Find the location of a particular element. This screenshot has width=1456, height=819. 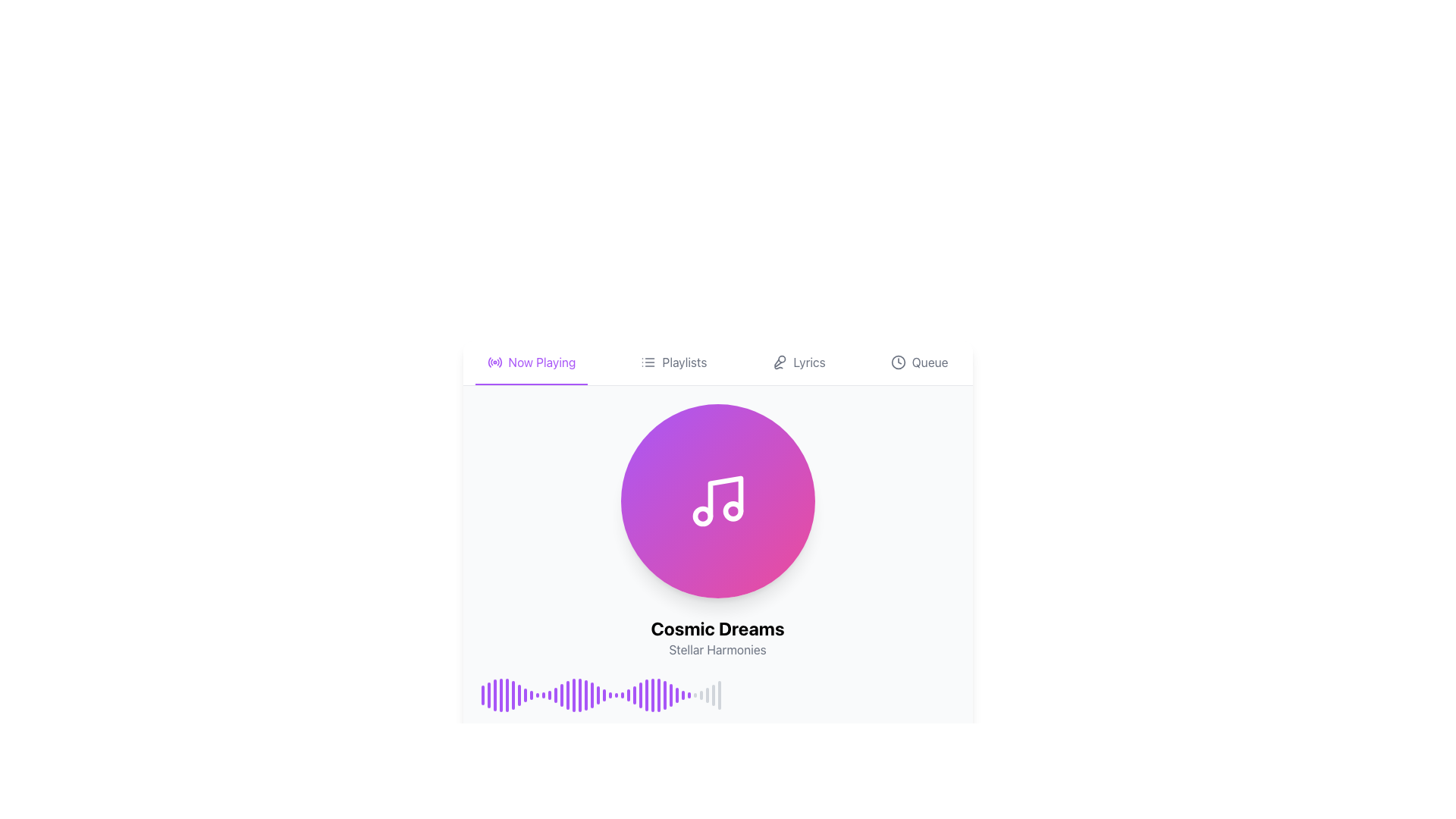

the 12th vertical bar in the waveform visualization, which is a narrow bar with a rounded top and bottom, filled with purple color is located at coordinates (548, 695).